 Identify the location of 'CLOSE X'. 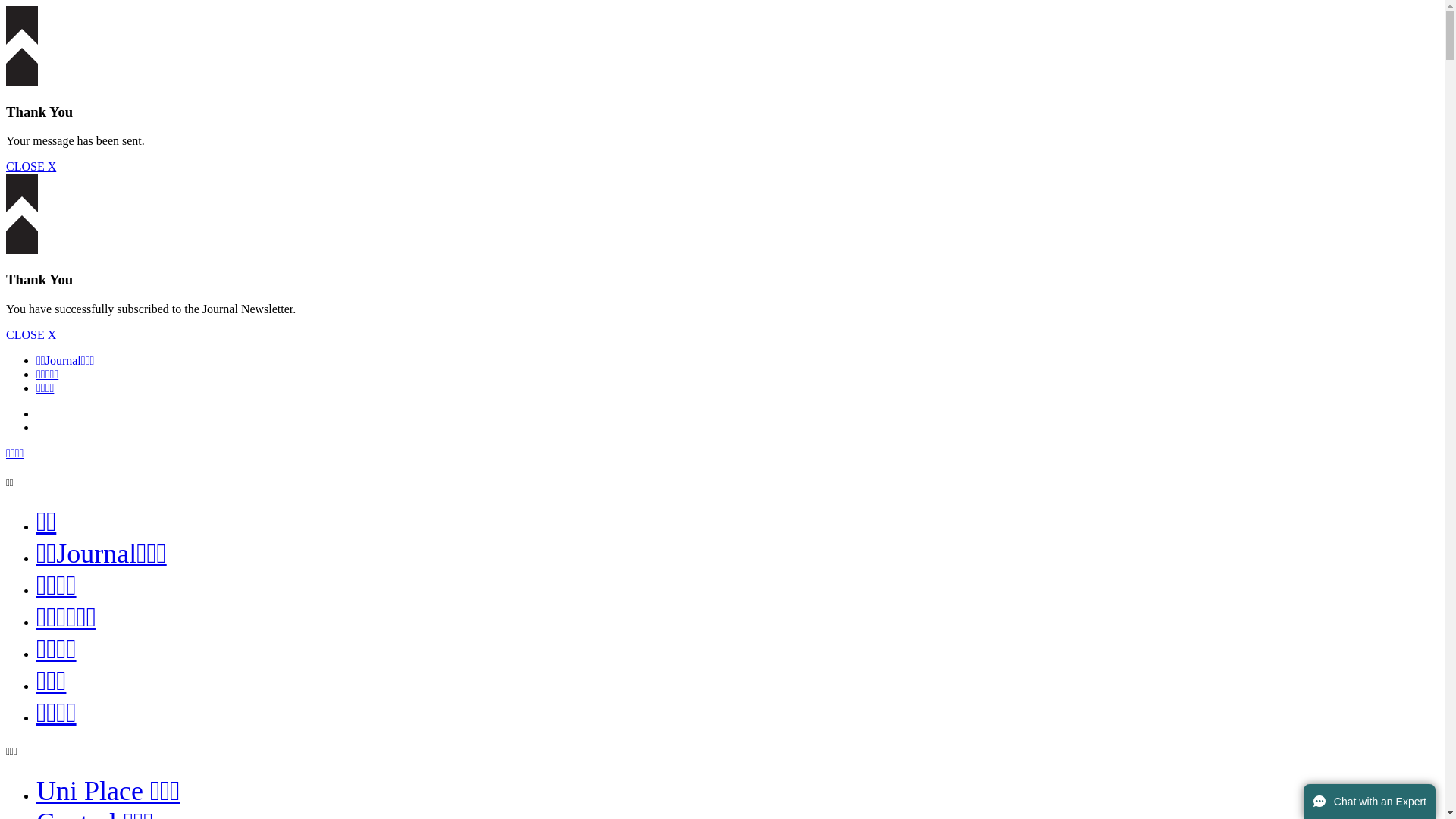
(6, 166).